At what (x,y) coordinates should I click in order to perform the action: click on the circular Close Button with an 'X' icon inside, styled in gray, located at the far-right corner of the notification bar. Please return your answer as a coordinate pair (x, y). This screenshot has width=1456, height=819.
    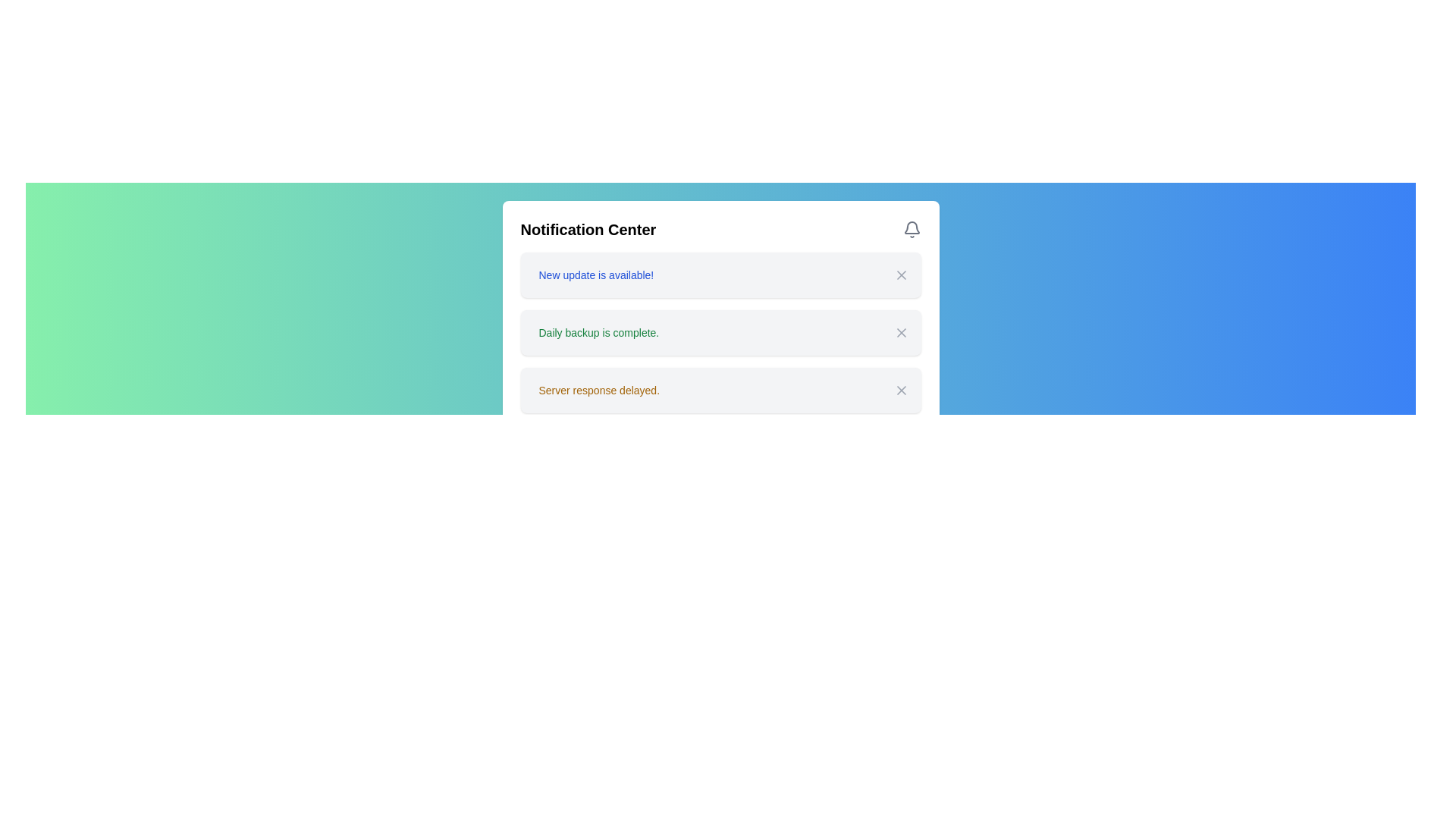
    Looking at the image, I should click on (901, 390).